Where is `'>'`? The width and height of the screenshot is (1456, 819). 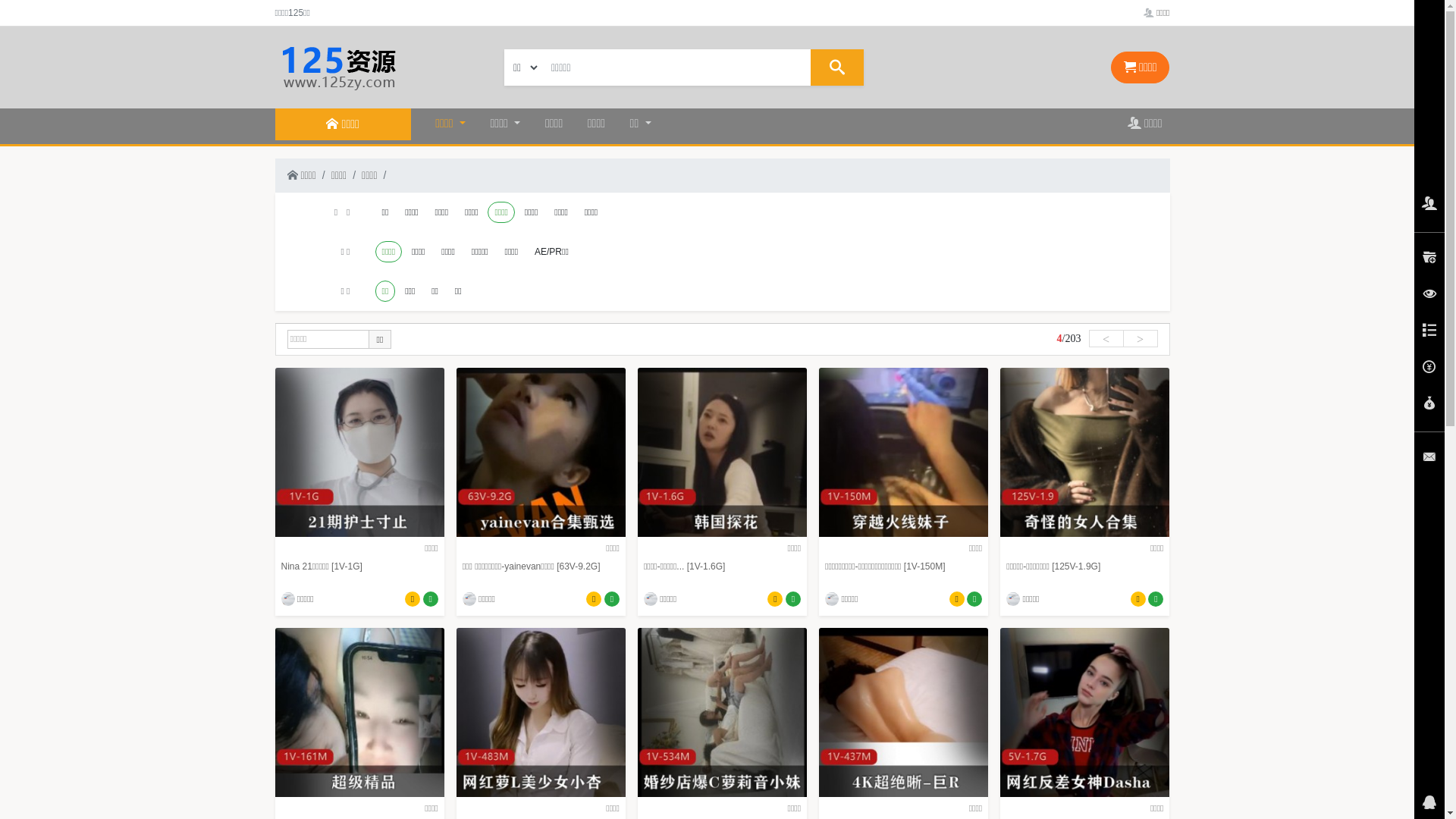
'>' is located at coordinates (1139, 337).